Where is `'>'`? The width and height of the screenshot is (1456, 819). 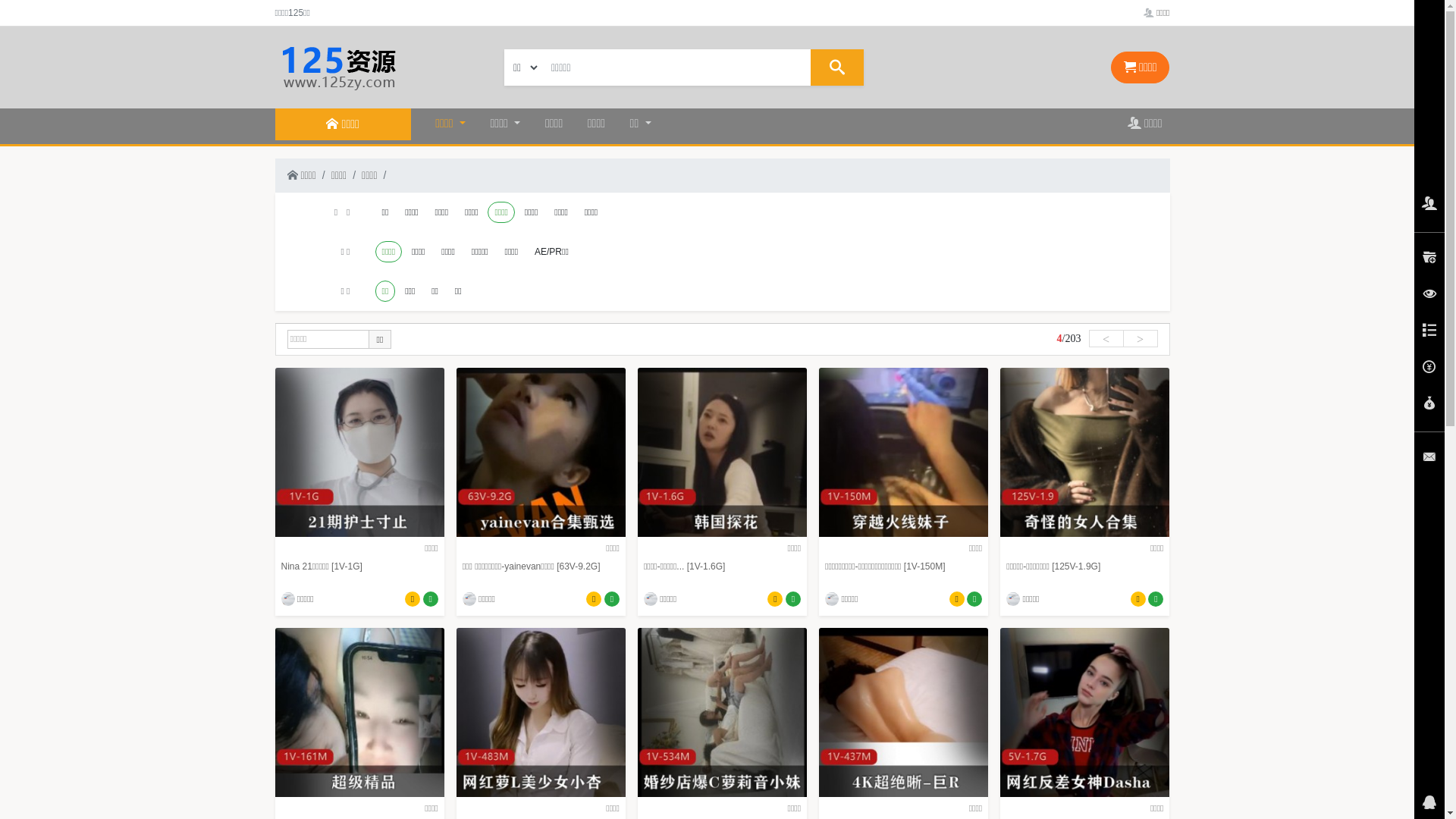
'>' is located at coordinates (1139, 337).